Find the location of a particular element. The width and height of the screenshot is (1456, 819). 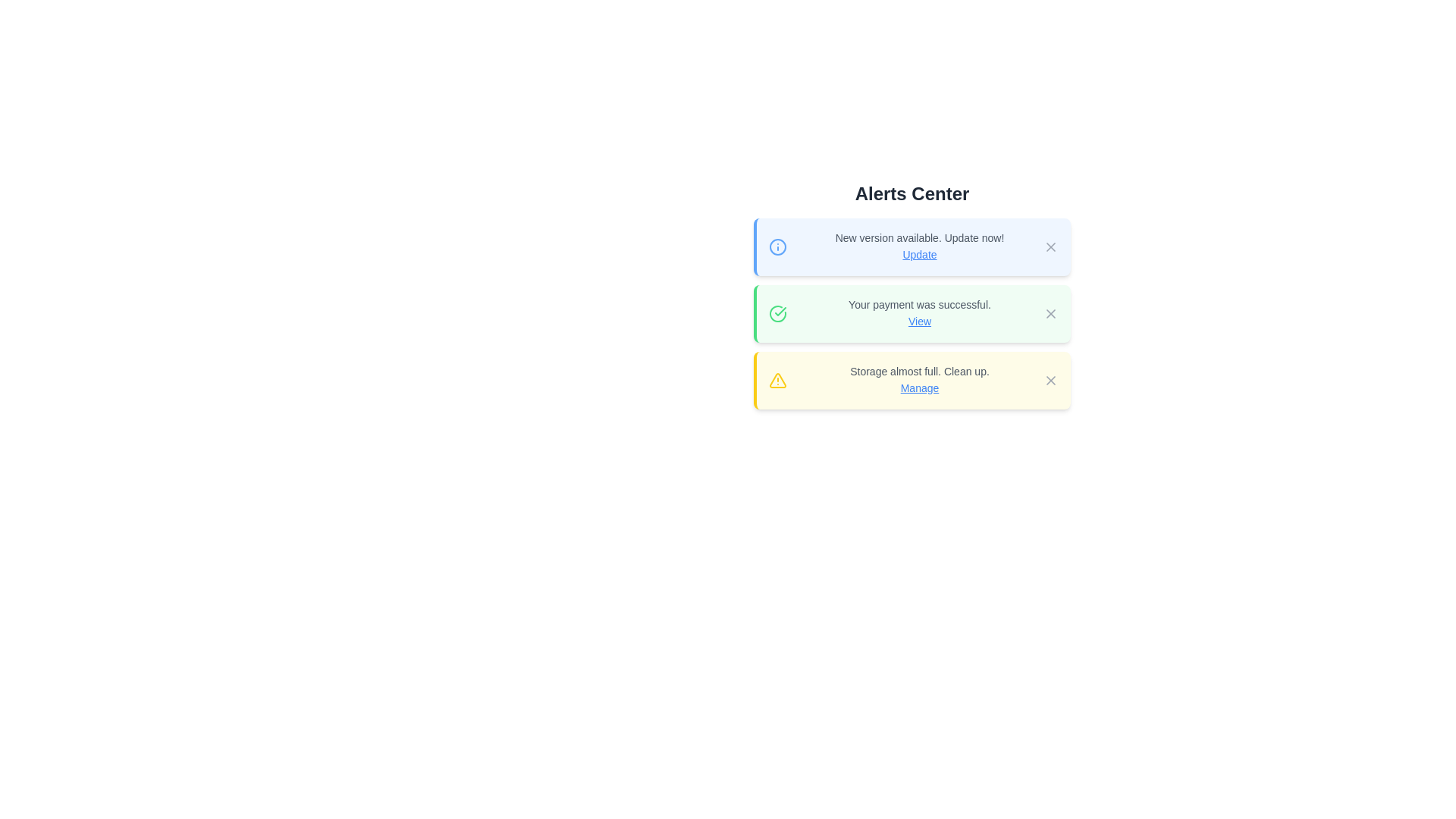

the blue, underlined text link labeled 'View' that appears next to the message 'Your payment was successful.' is located at coordinates (919, 321).